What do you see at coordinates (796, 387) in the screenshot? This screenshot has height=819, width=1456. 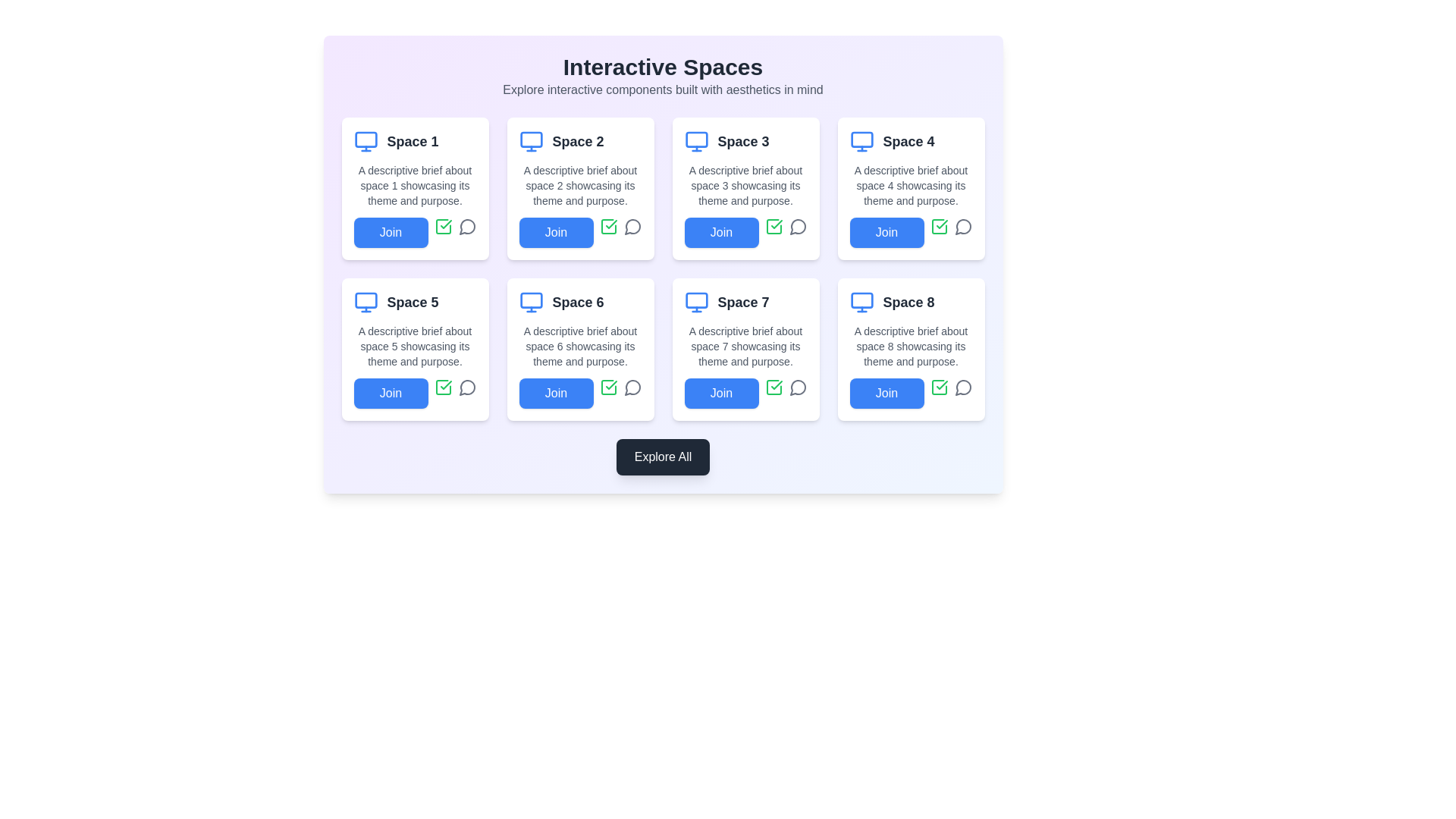 I see `the comments icon located in the bottom-right corner of the 'Space 7' card to initiate a comment-related action` at bounding box center [796, 387].